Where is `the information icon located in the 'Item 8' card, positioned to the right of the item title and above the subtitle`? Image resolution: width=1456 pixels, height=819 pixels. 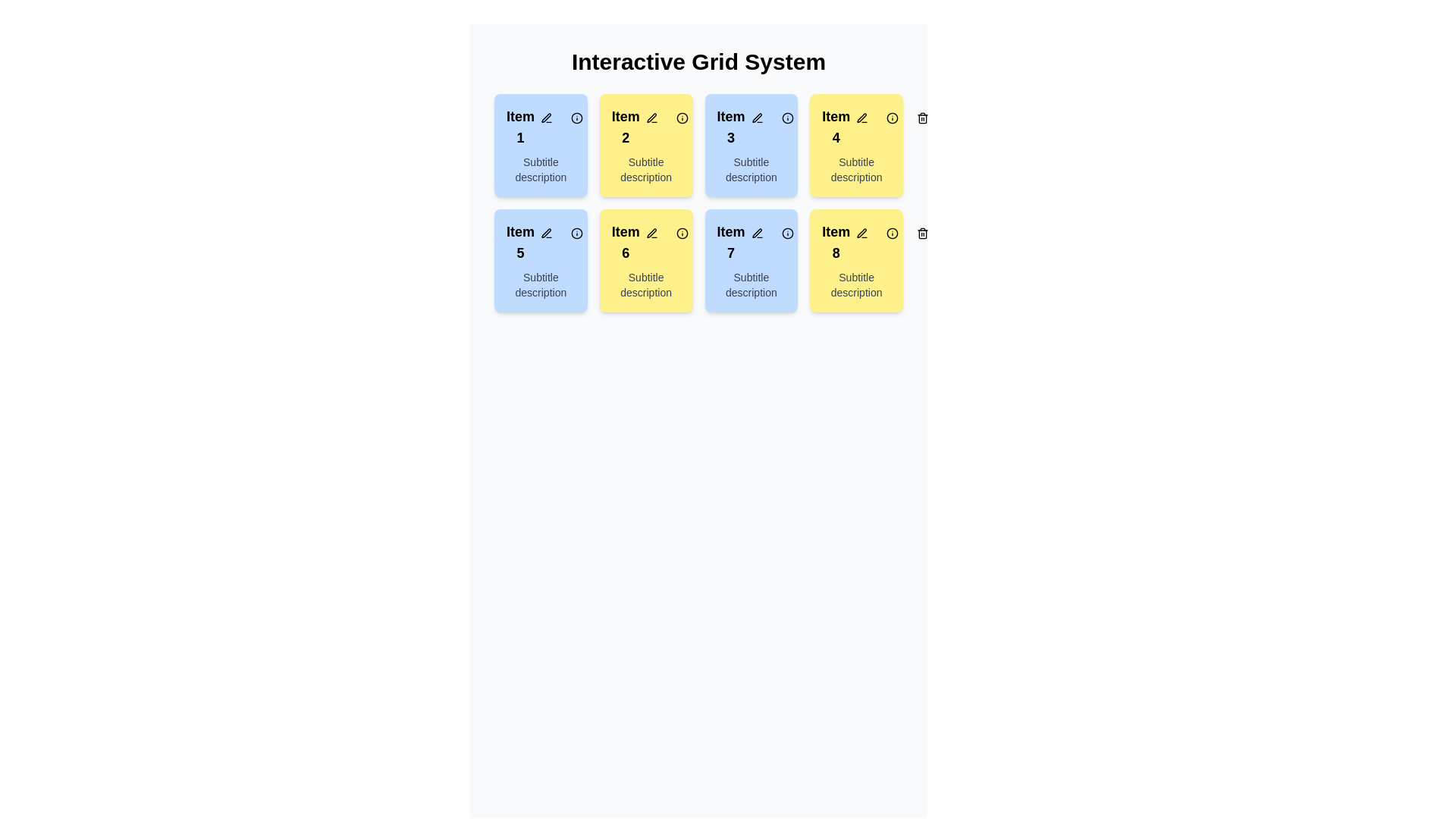 the information icon located in the 'Item 8' card, positioned to the right of the item title and above the subtitle is located at coordinates (893, 234).